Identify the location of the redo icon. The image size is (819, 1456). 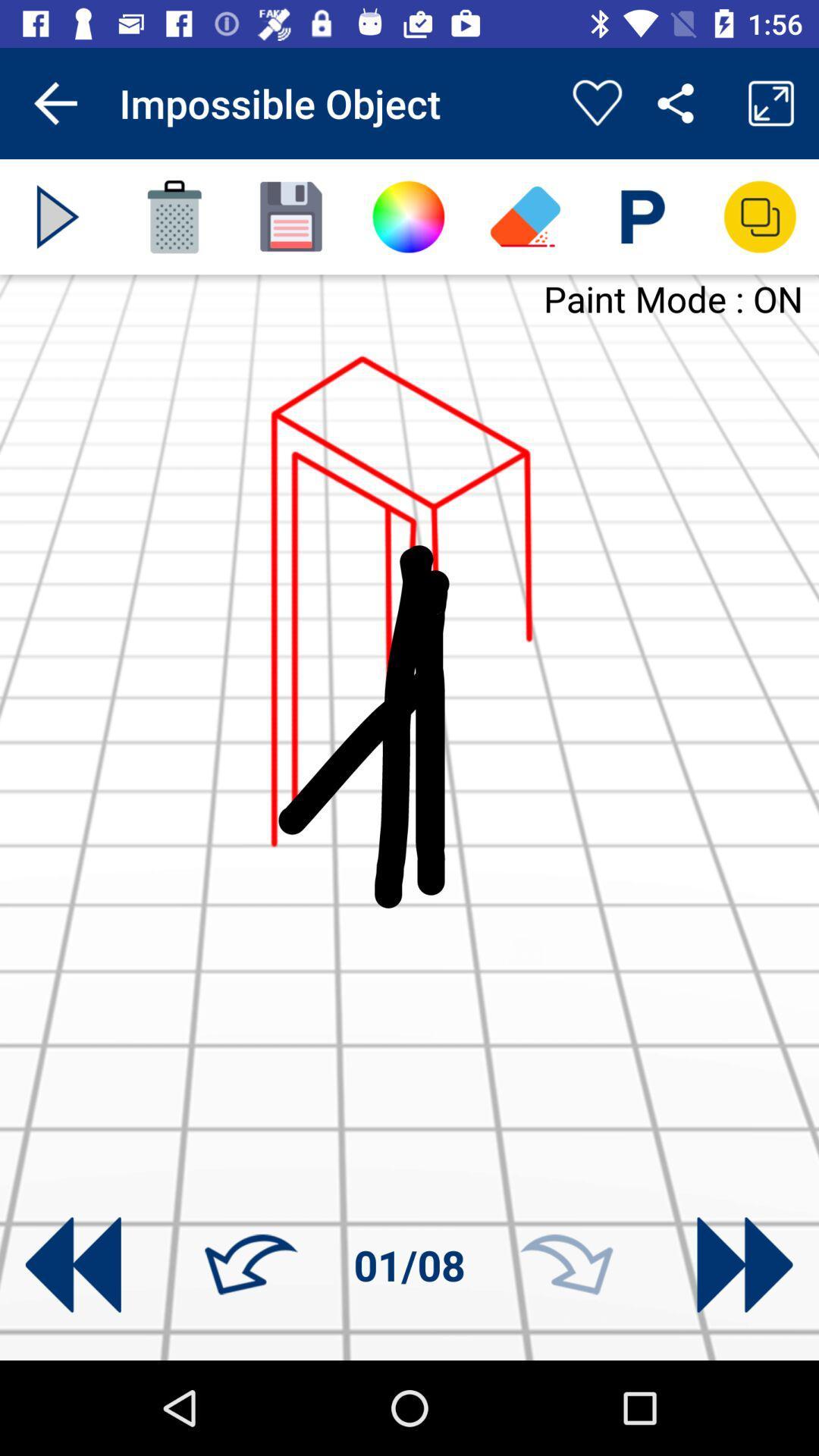
(566, 1265).